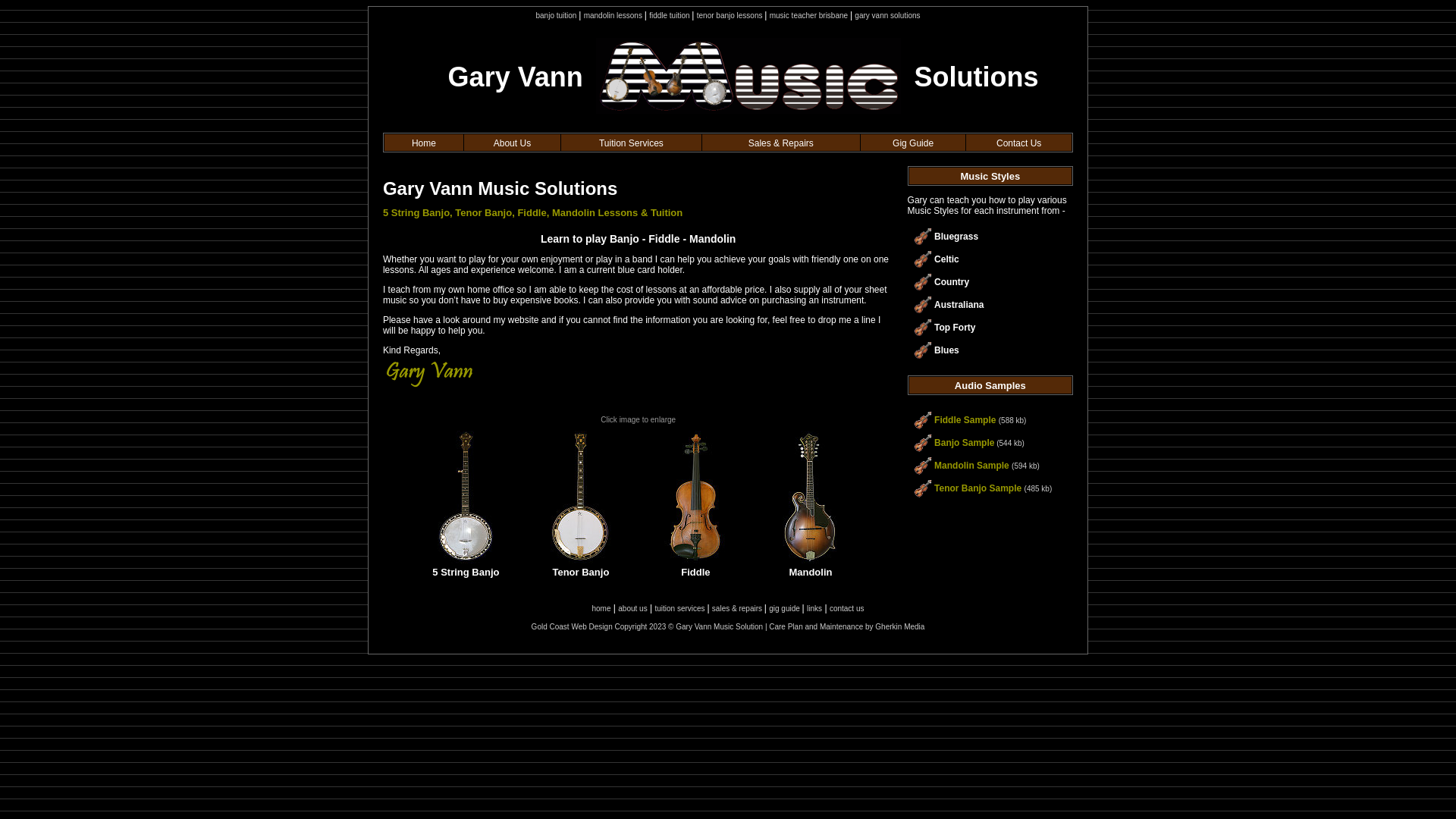 The image size is (1456, 819). Describe the element at coordinates (934, 464) in the screenshot. I see `'Mandolin Sample'` at that location.